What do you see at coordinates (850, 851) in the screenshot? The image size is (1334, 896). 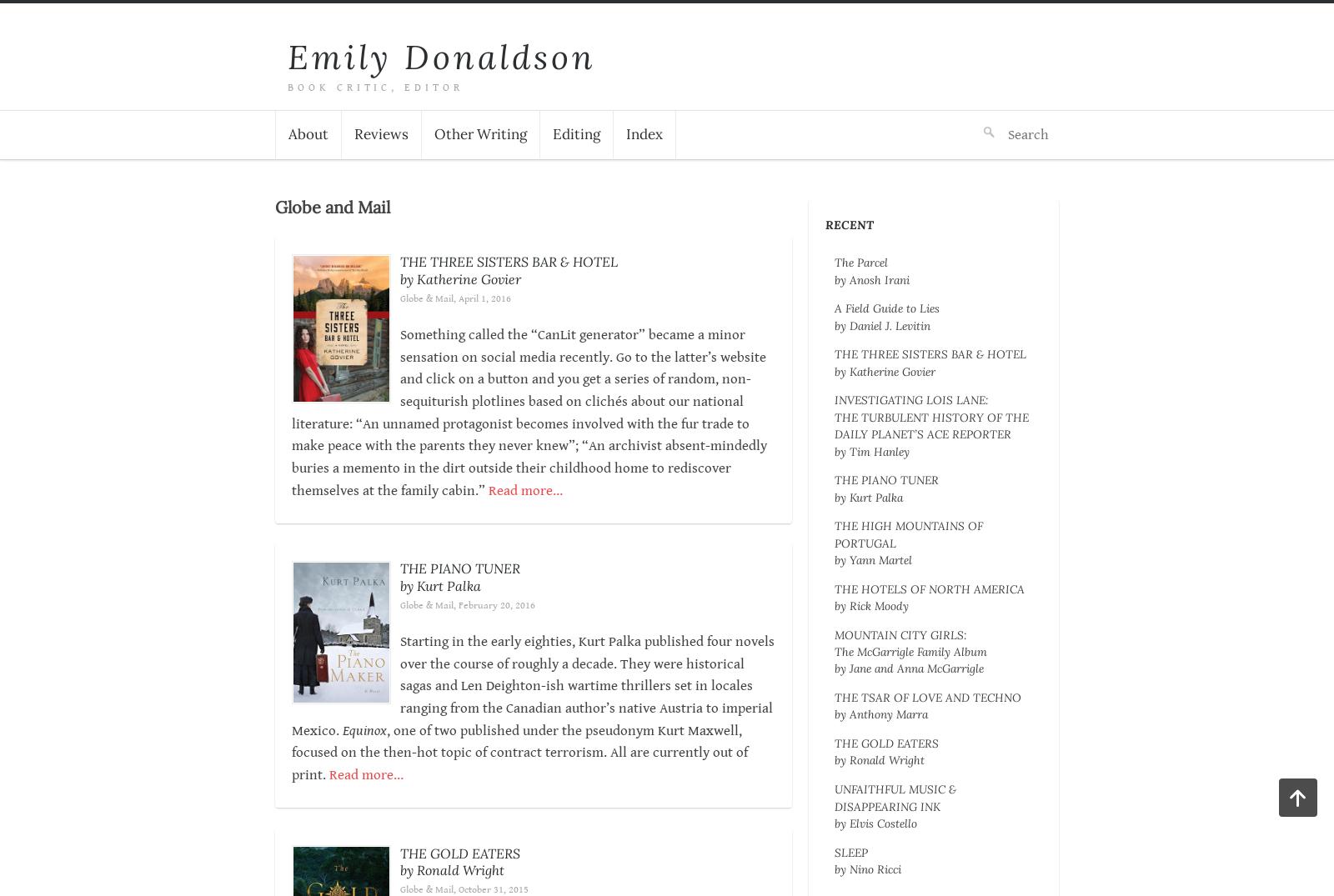 I see `'SLEEP'` at bounding box center [850, 851].